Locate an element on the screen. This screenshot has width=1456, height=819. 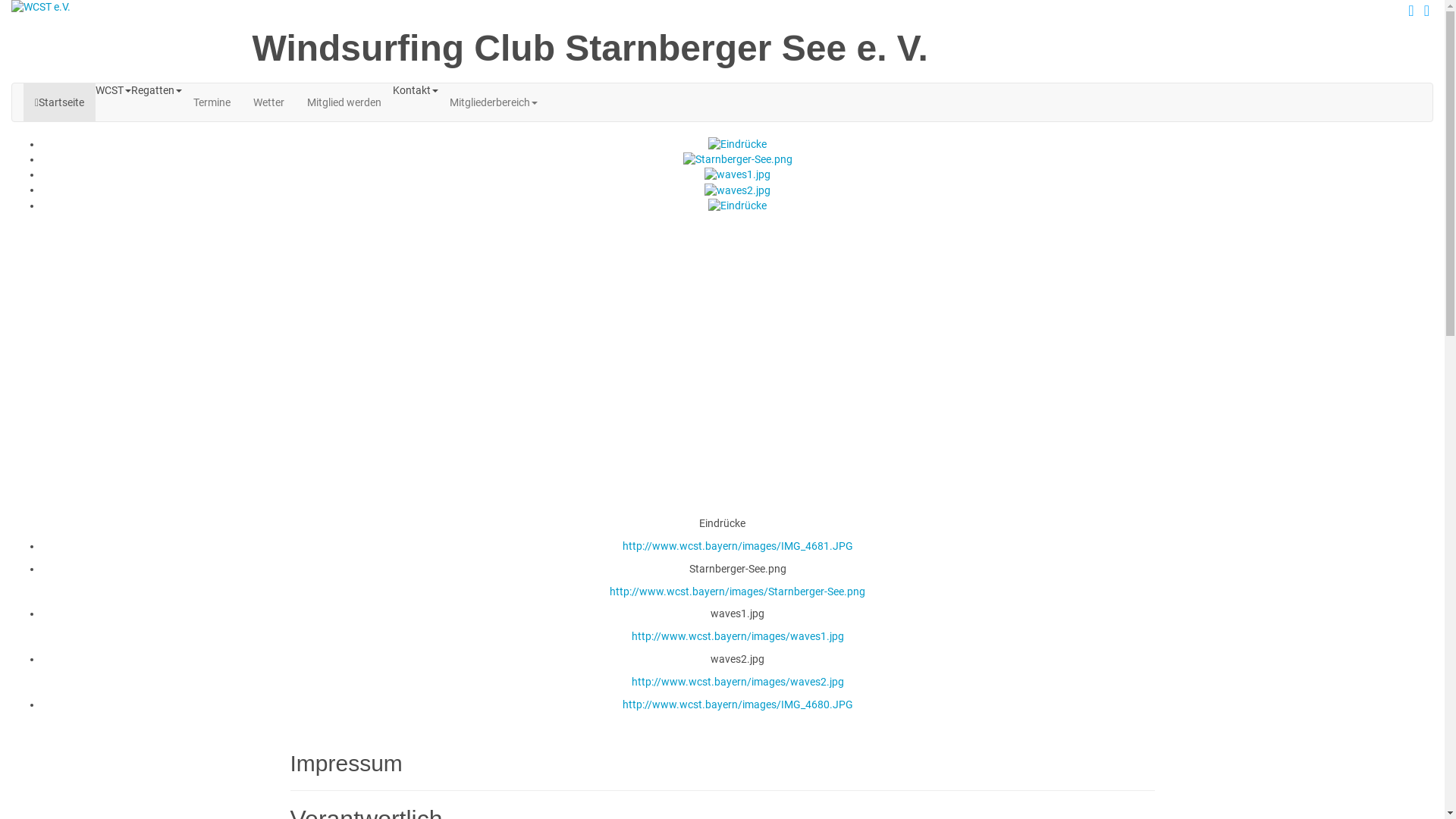
'http://www.wcst.bayern/images/IMG_4680.JPG' is located at coordinates (736, 704).